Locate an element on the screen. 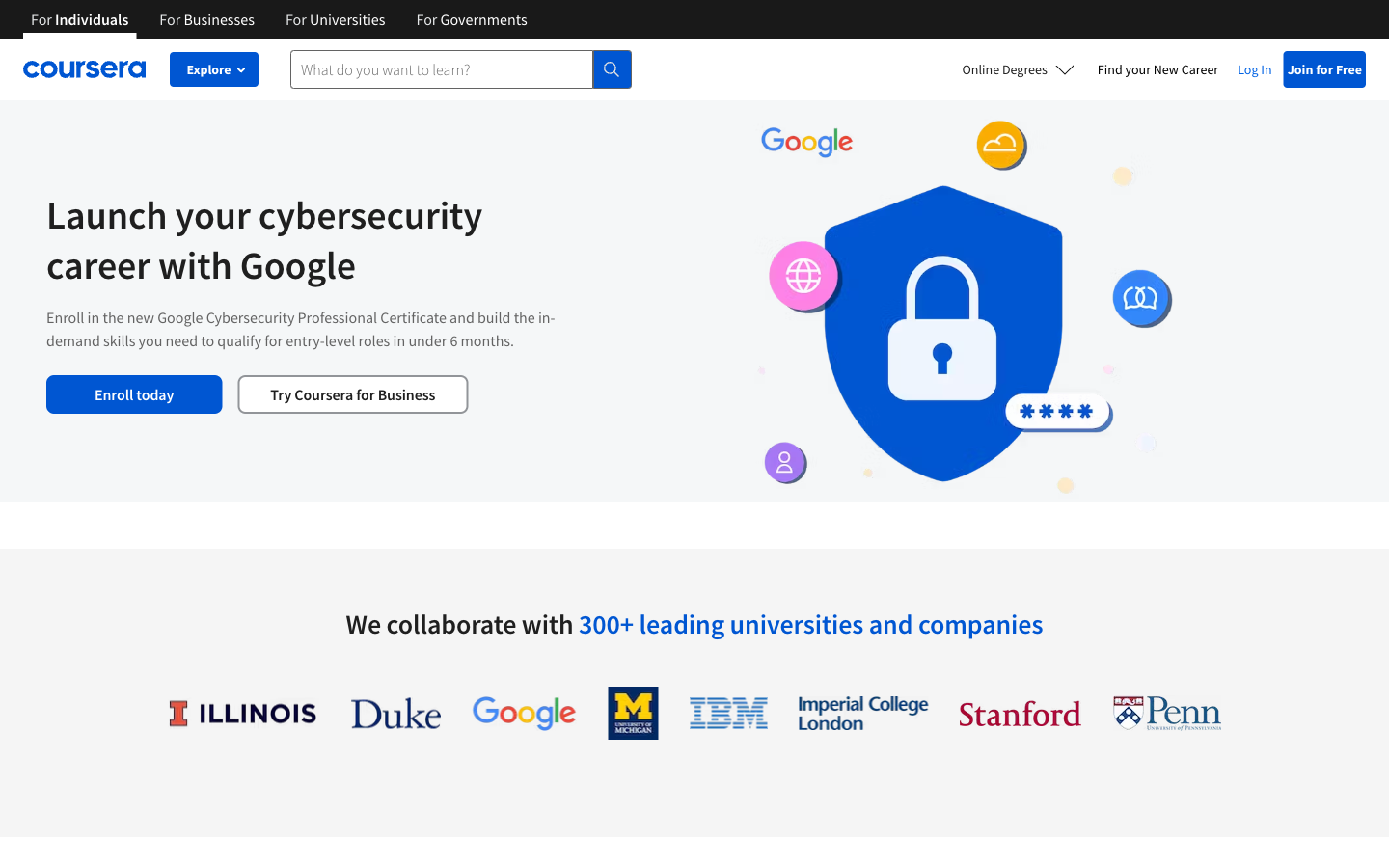 Image resolution: width=1389 pixels, height=868 pixels. Coursera"s Government Page is located at coordinates (471, 17).